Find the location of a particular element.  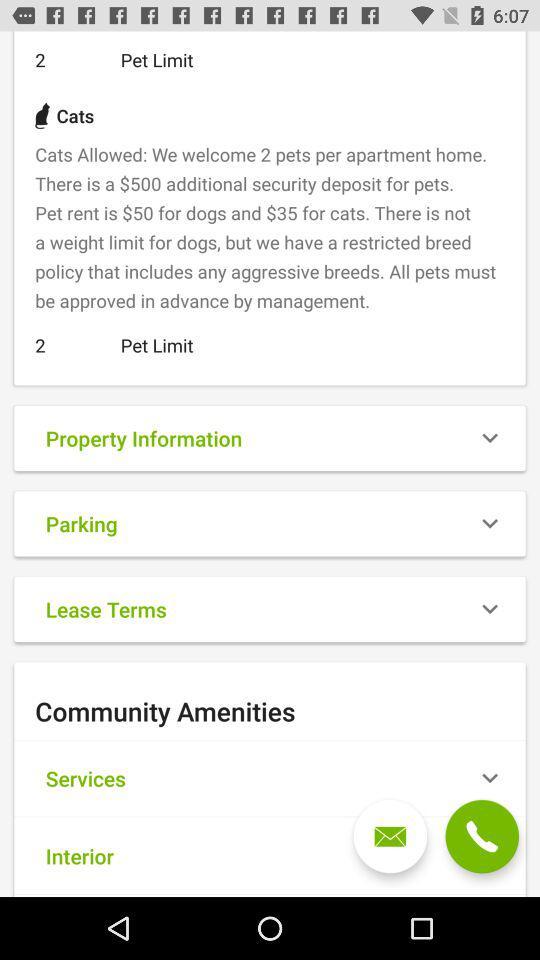

the email icon is located at coordinates (390, 836).